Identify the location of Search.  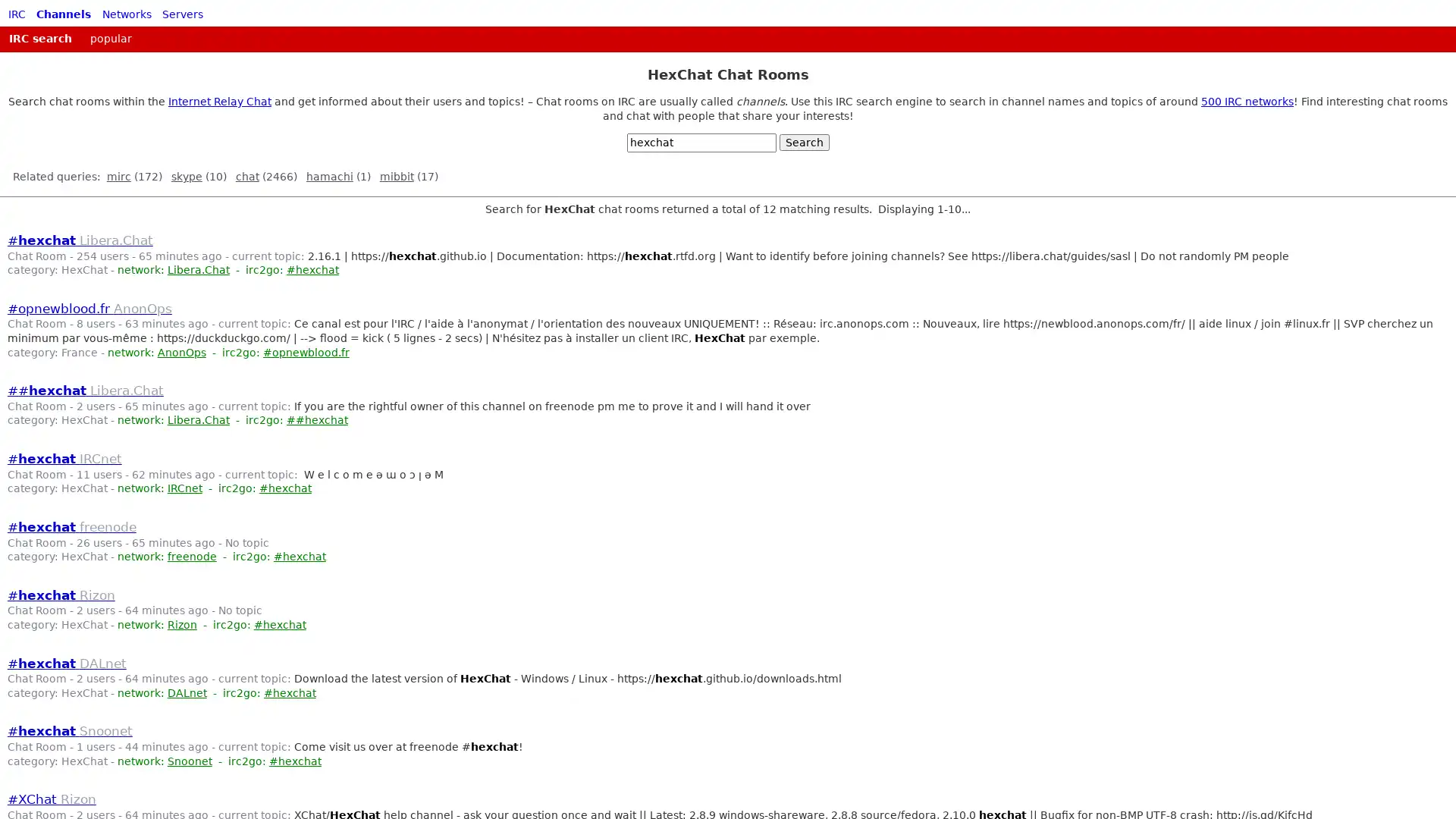
(803, 143).